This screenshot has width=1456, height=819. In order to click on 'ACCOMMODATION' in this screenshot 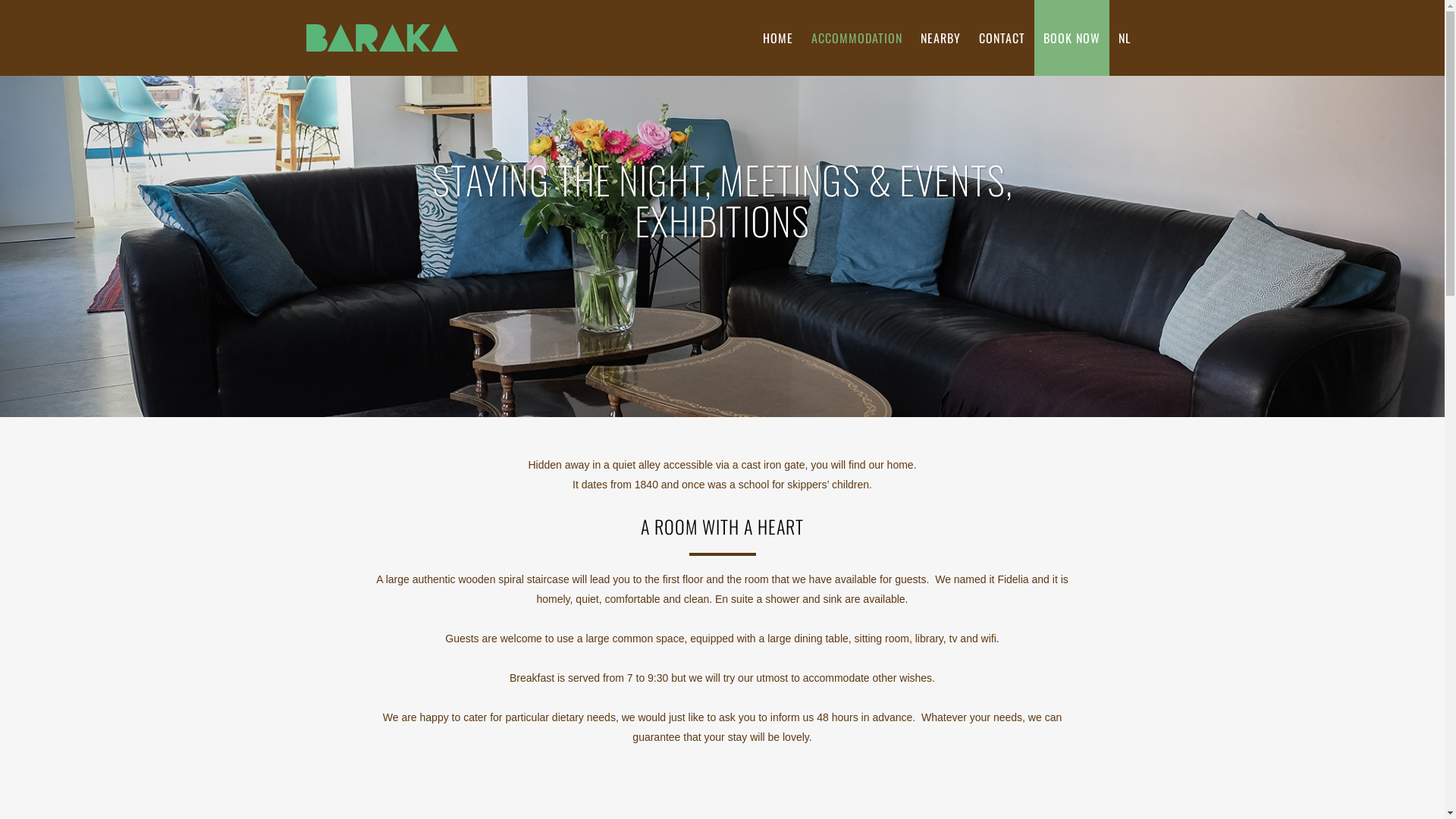, I will do `click(856, 37)`.